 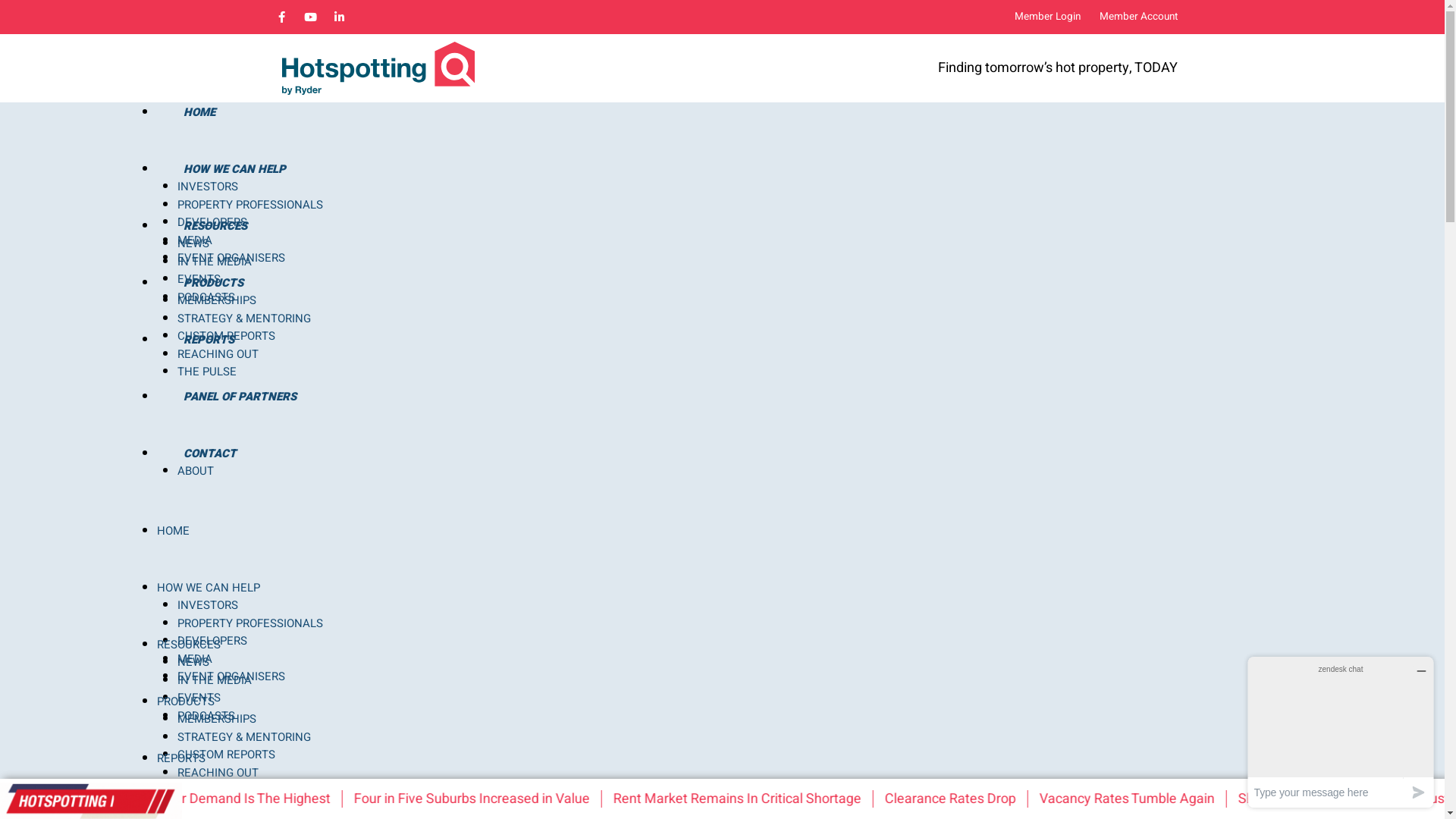 I want to click on 'PODCASTS', so click(x=206, y=297).